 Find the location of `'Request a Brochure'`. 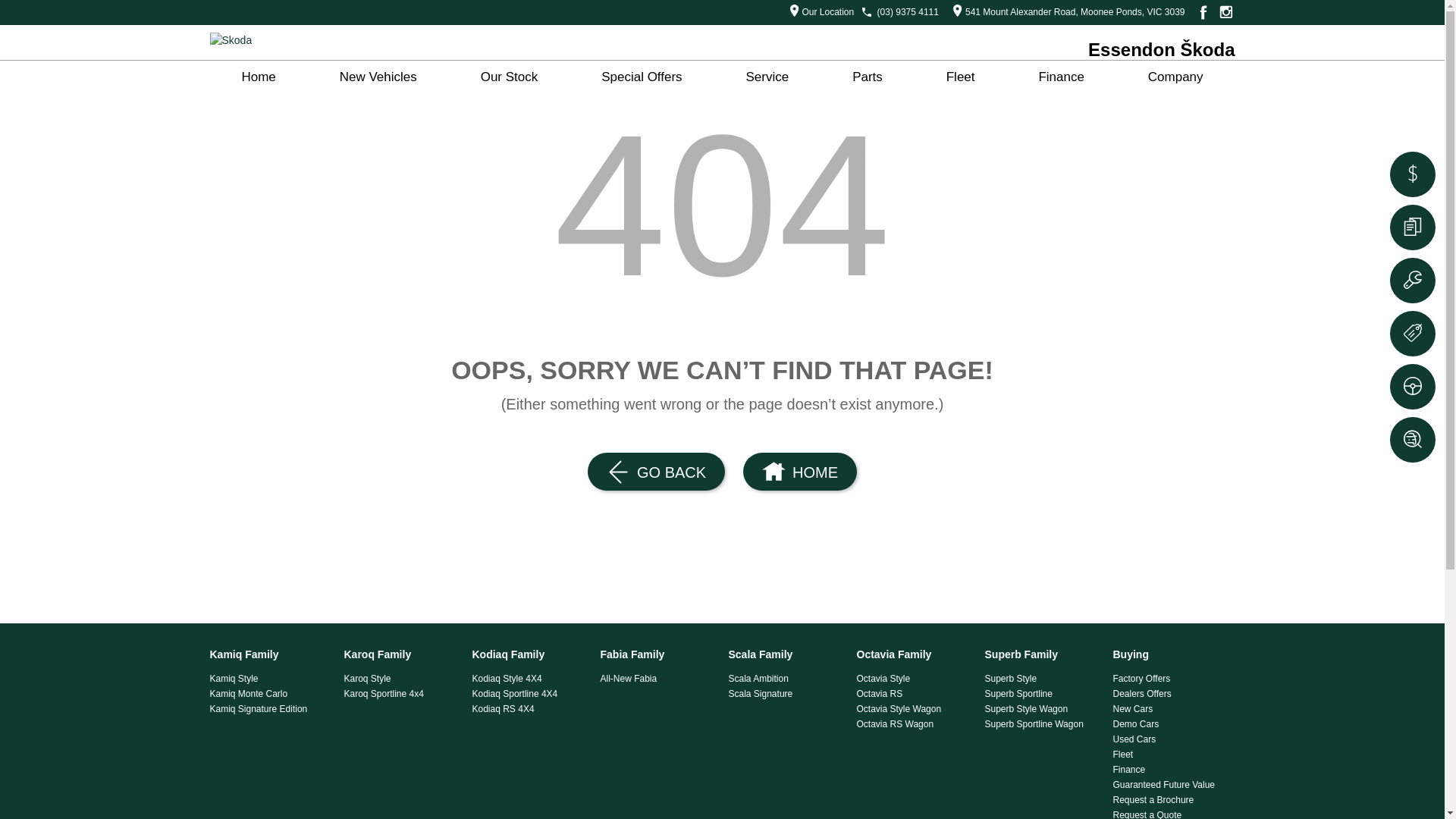

'Request a Brochure' is located at coordinates (1170, 799).